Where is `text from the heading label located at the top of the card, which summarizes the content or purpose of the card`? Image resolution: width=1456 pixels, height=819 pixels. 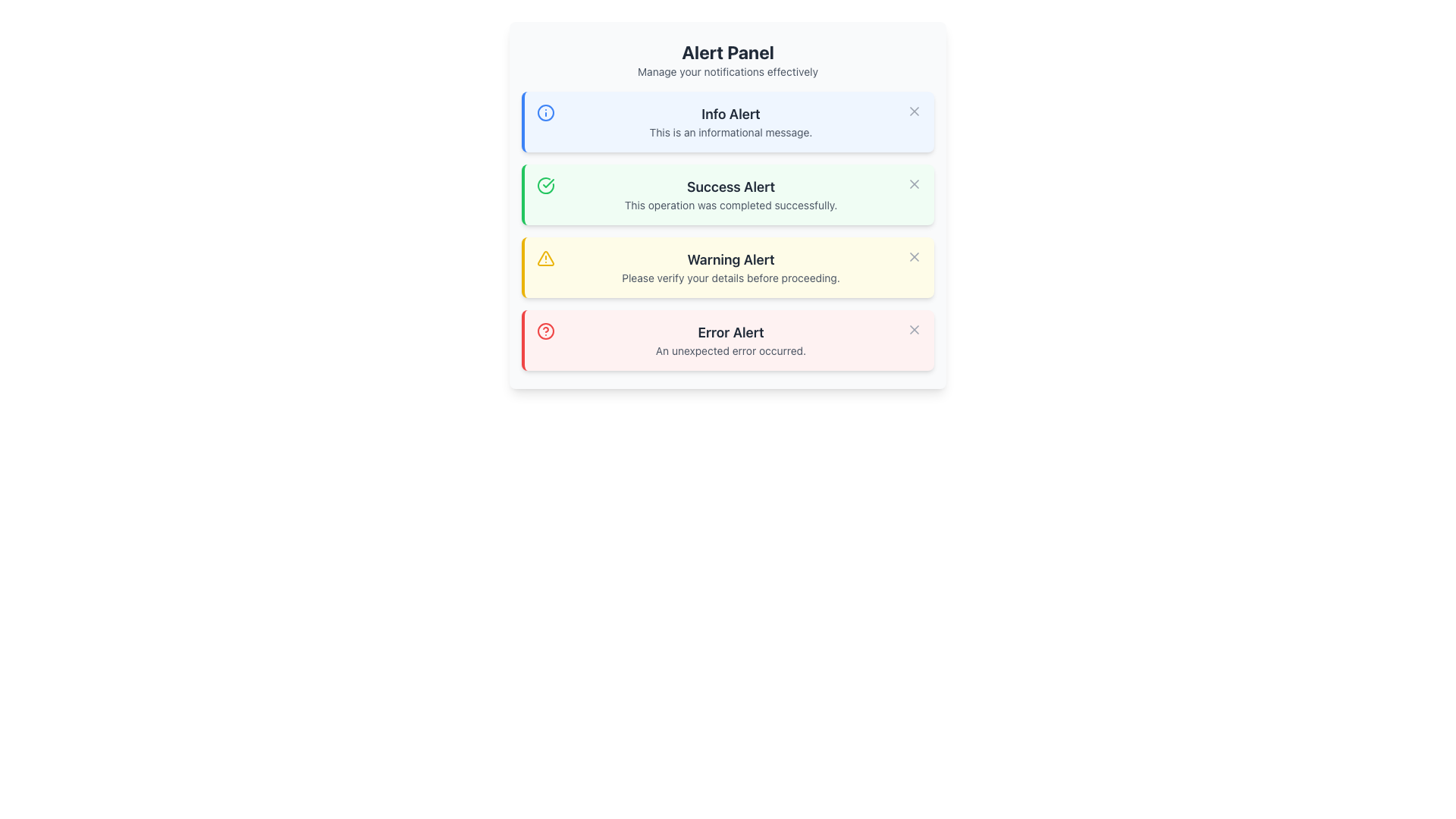
text from the heading label located at the top of the card, which summarizes the content or purpose of the card is located at coordinates (731, 113).